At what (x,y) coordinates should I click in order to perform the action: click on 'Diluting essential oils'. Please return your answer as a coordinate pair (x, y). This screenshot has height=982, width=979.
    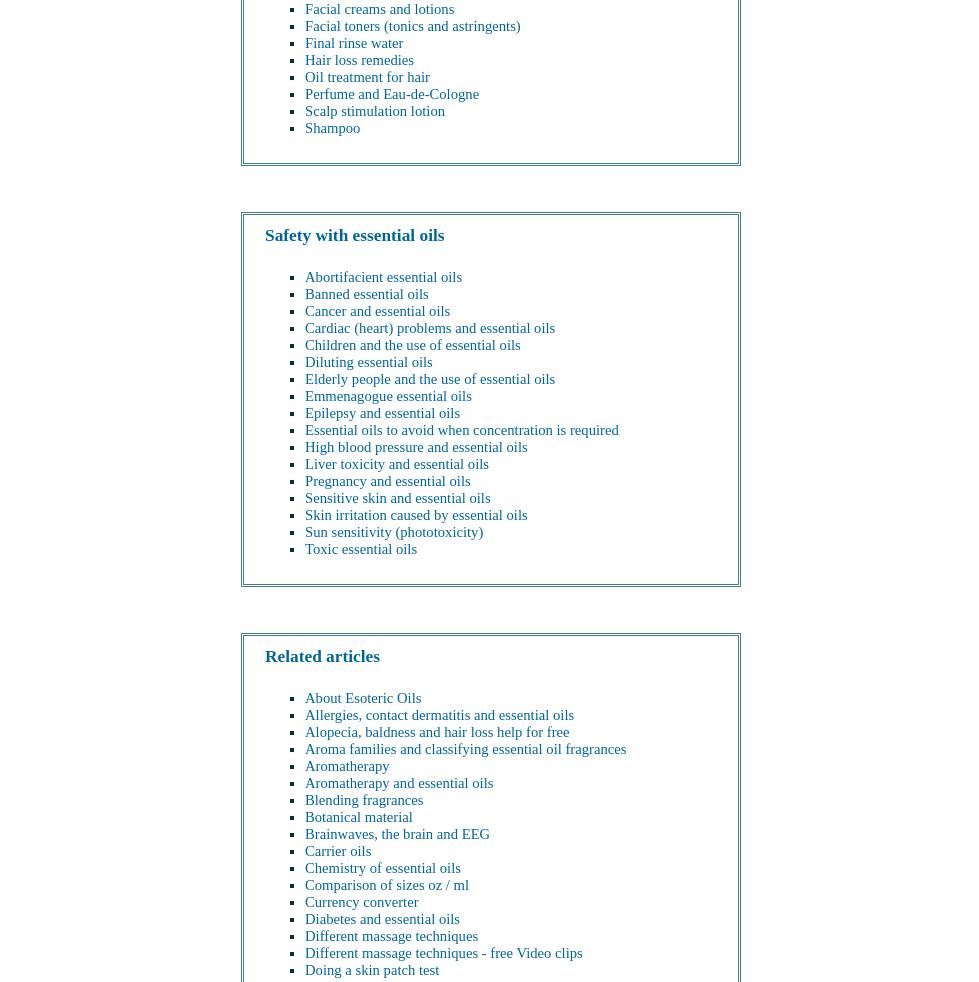
    Looking at the image, I should click on (368, 361).